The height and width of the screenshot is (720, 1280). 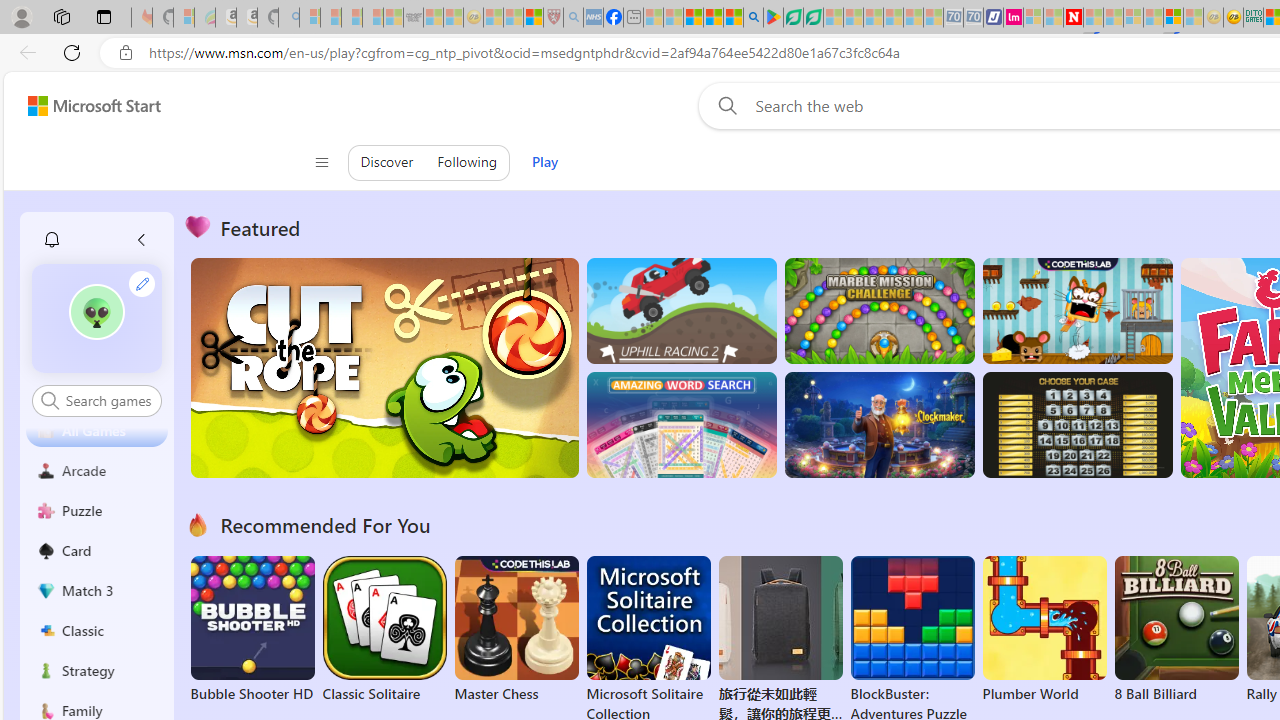 What do you see at coordinates (681, 311) in the screenshot?
I see `'Up Hill Racing 2'` at bounding box center [681, 311].